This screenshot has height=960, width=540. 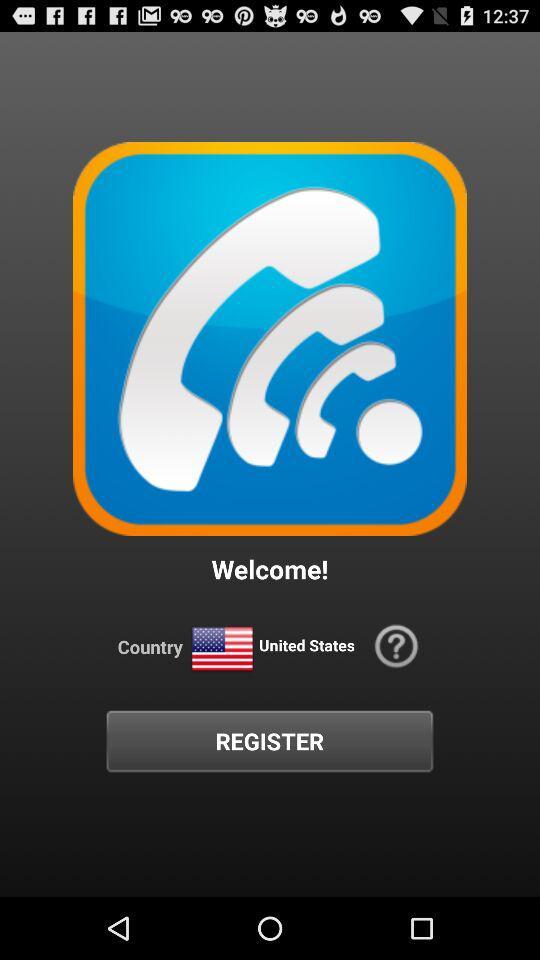 What do you see at coordinates (396, 645) in the screenshot?
I see `the button above the register icon` at bounding box center [396, 645].